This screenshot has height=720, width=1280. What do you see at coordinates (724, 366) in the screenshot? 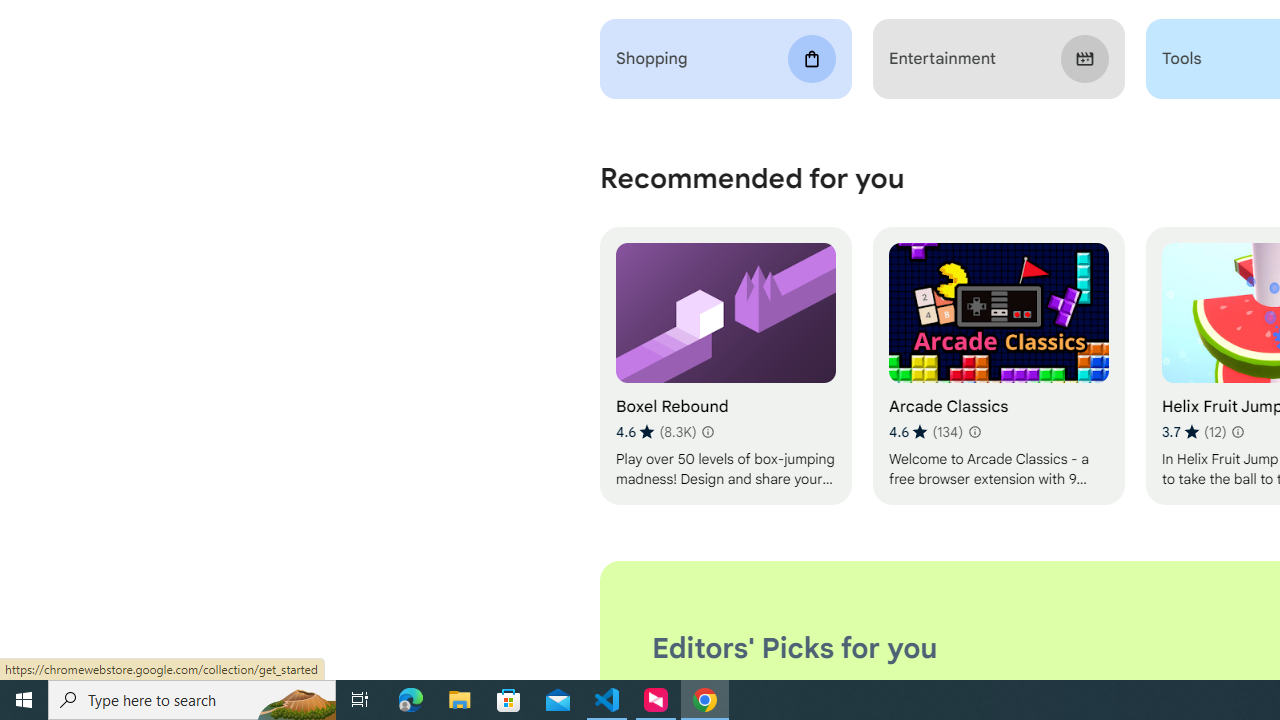
I see `'Boxel Rebound'` at bounding box center [724, 366].